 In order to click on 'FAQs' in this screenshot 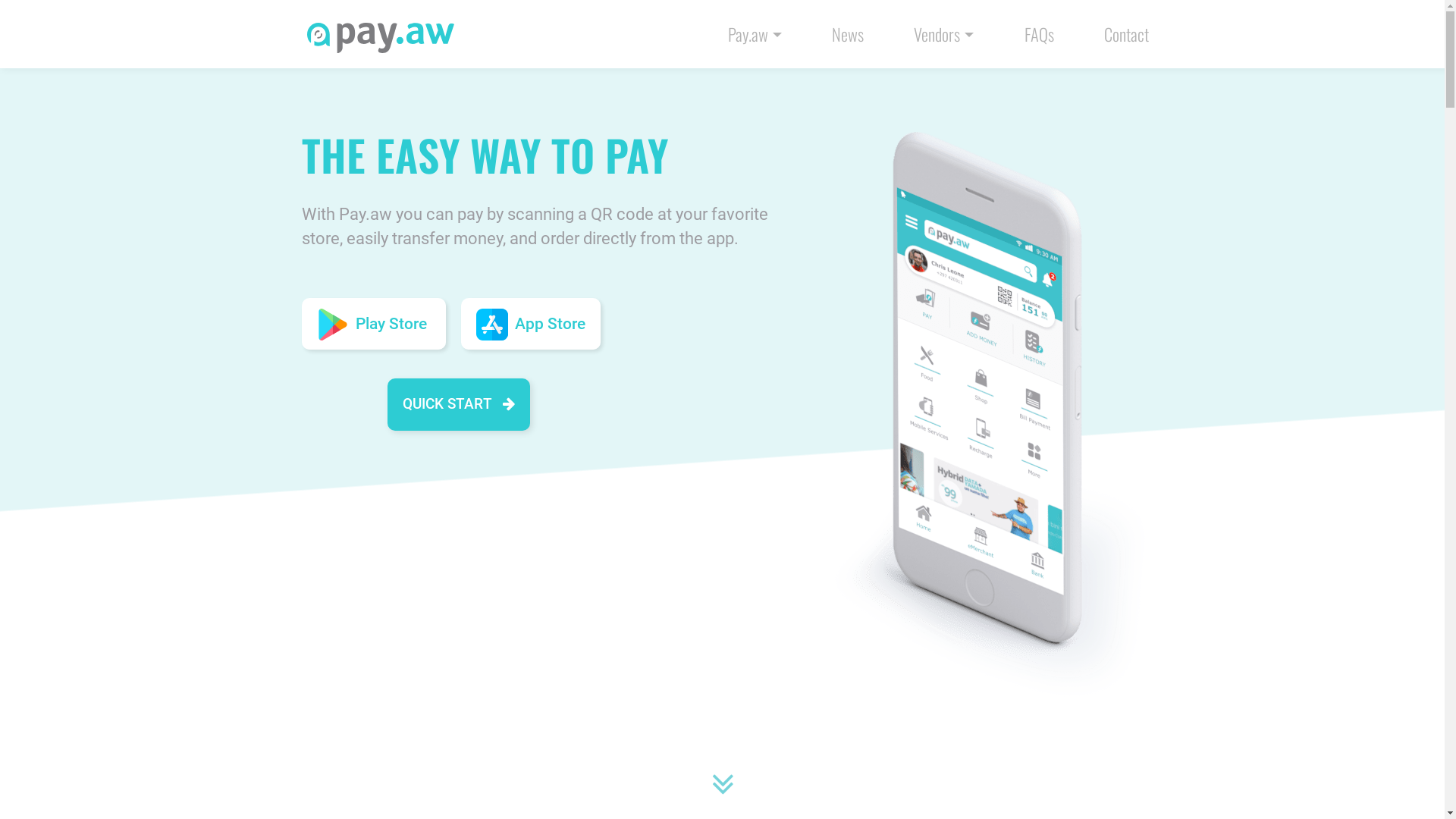, I will do `click(1038, 33)`.